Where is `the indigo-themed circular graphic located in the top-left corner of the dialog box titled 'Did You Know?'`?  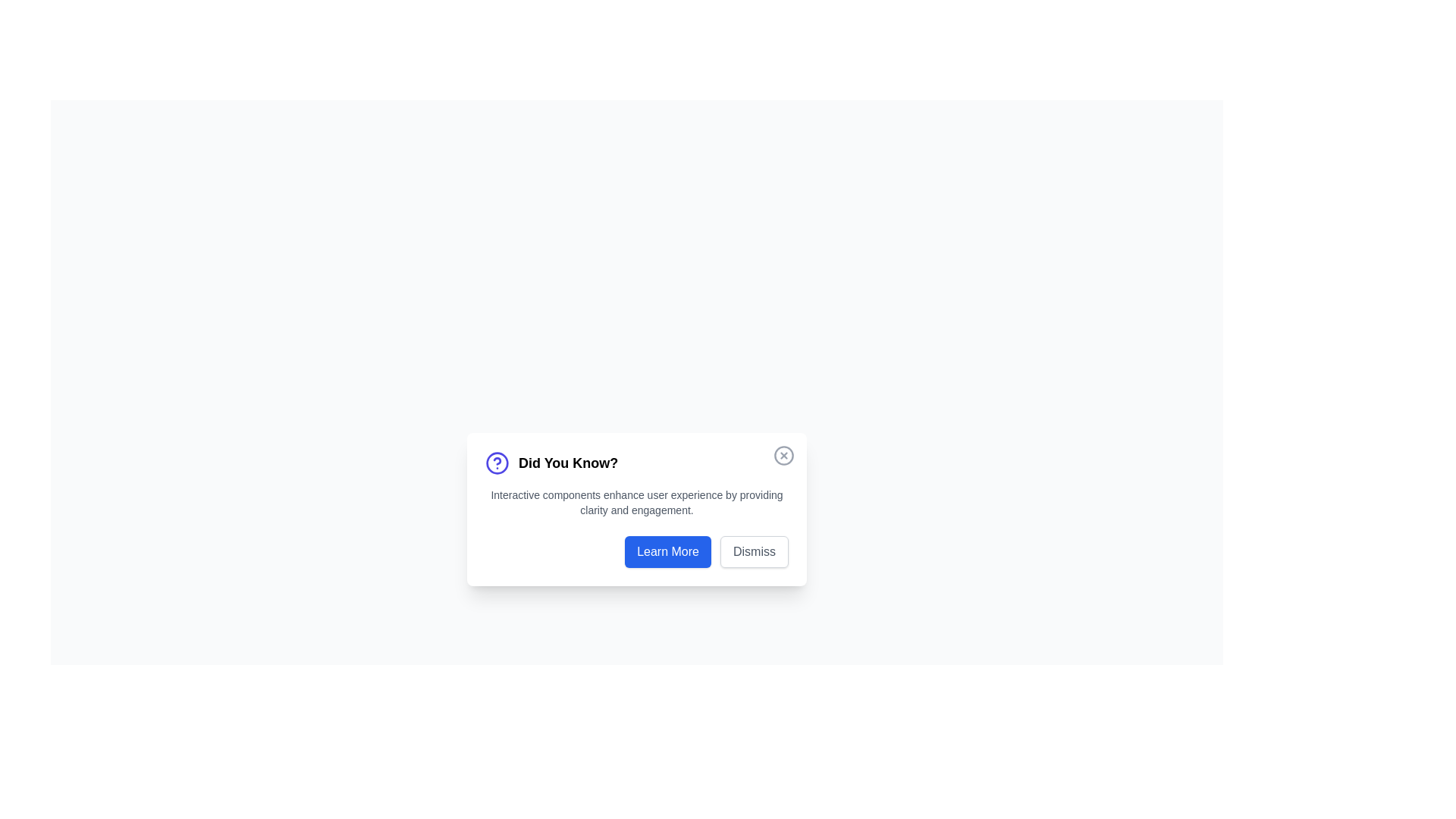 the indigo-themed circular graphic located in the top-left corner of the dialog box titled 'Did You Know?' is located at coordinates (497, 462).